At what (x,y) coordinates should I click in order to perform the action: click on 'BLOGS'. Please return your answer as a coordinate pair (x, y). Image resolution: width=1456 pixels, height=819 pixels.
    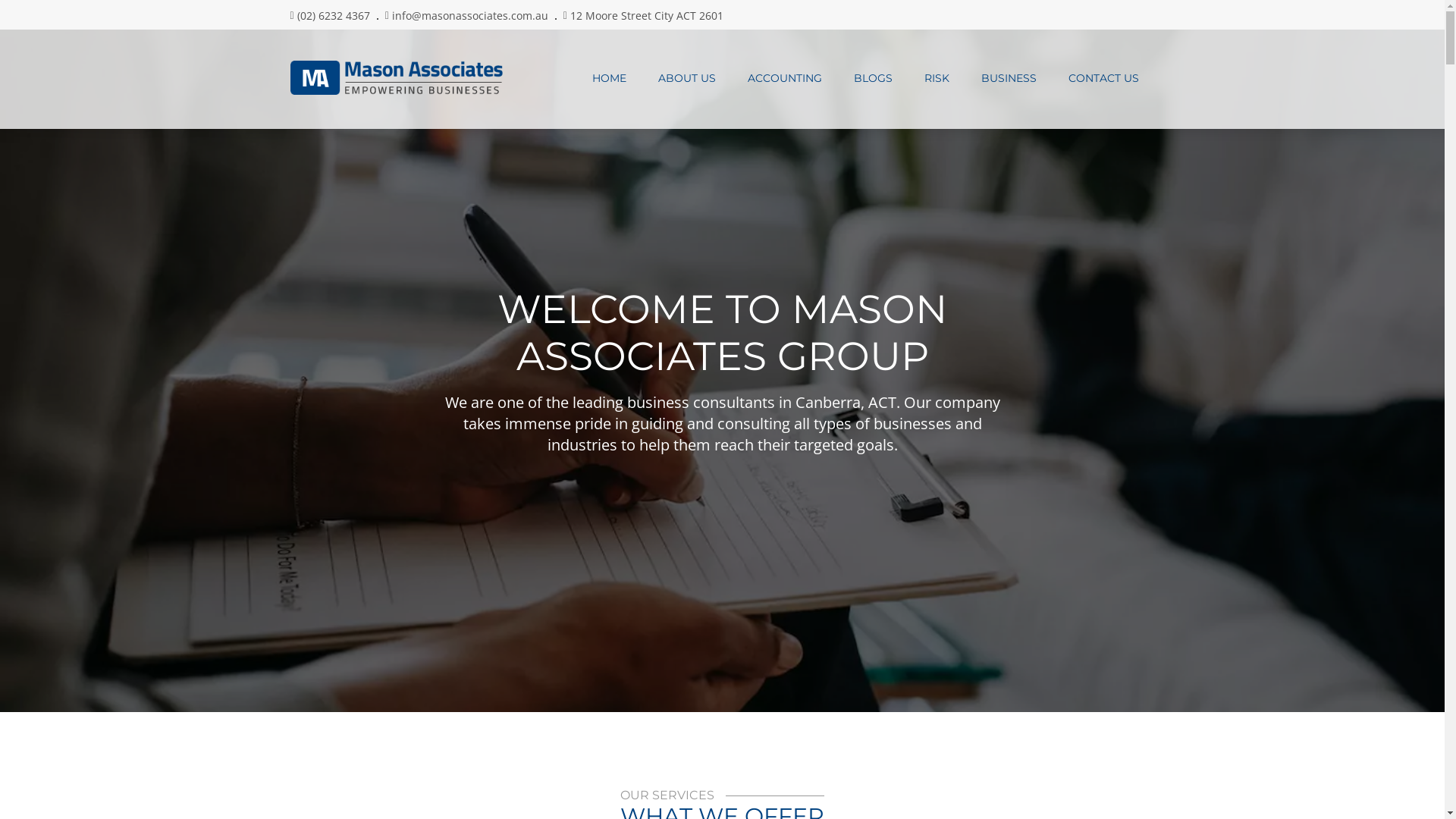
    Looking at the image, I should click on (872, 78).